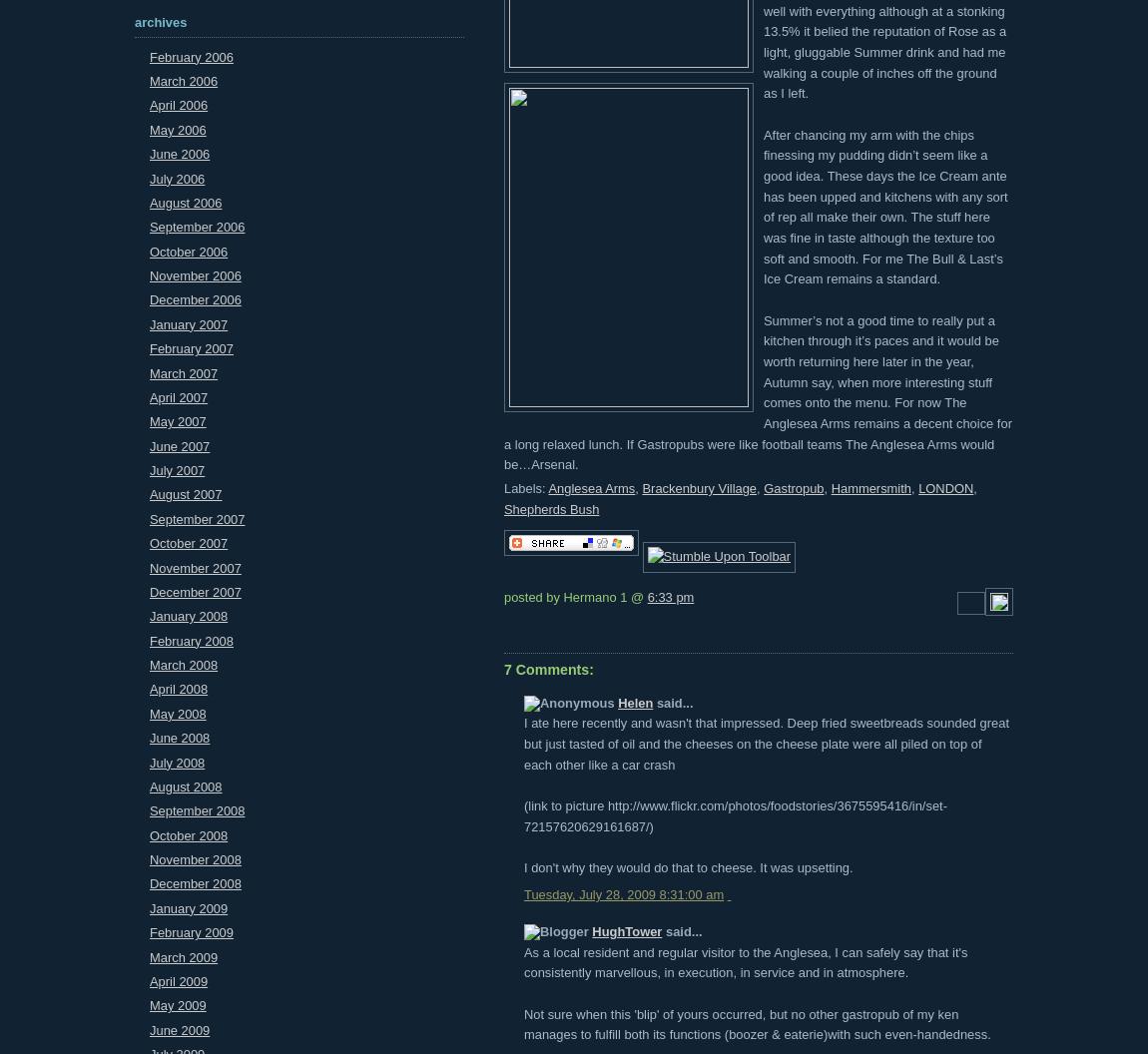 Image resolution: width=1148 pixels, height=1054 pixels. What do you see at coordinates (184, 493) in the screenshot?
I see `'August 2007'` at bounding box center [184, 493].